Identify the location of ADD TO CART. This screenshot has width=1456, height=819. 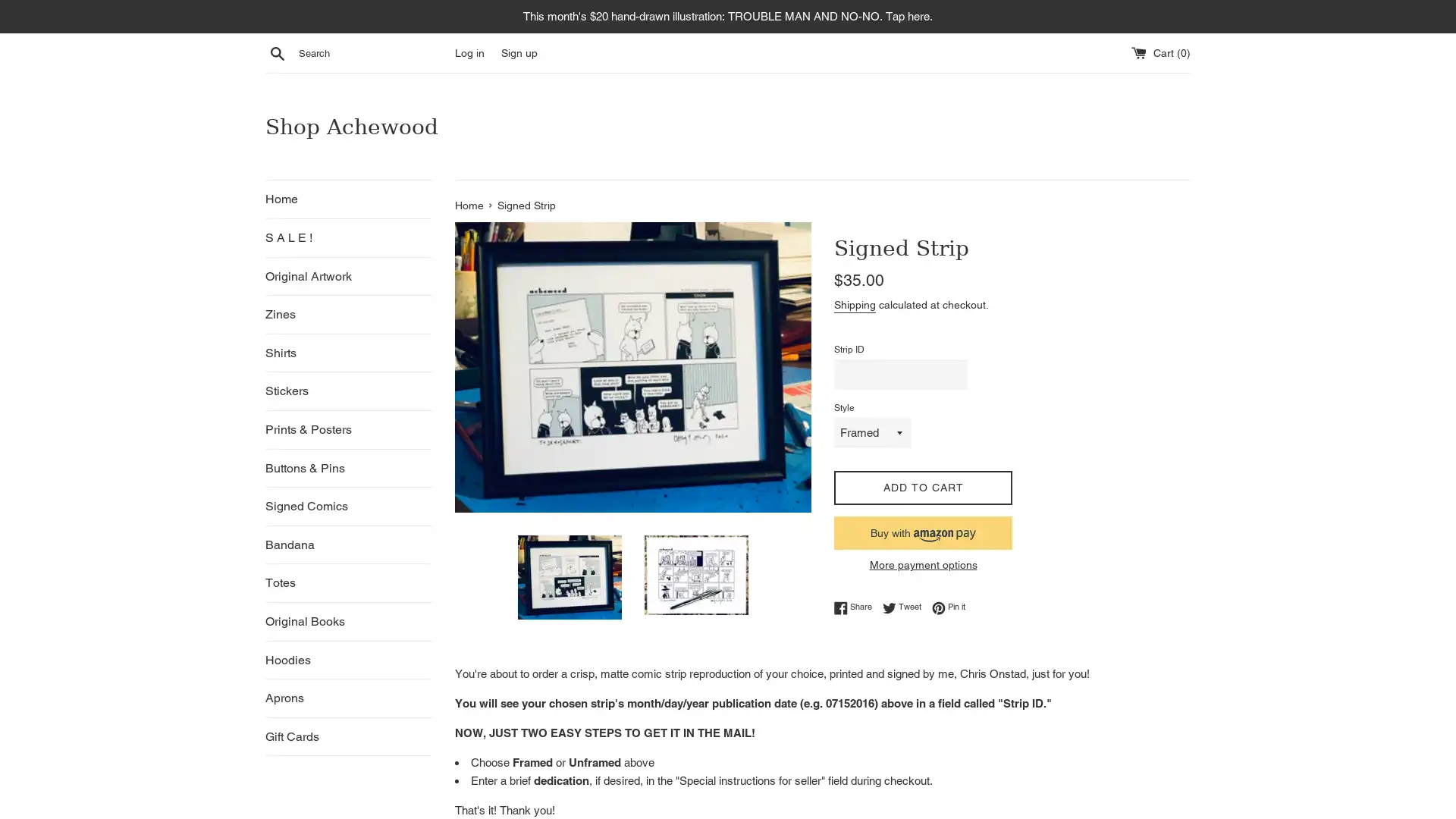
(922, 488).